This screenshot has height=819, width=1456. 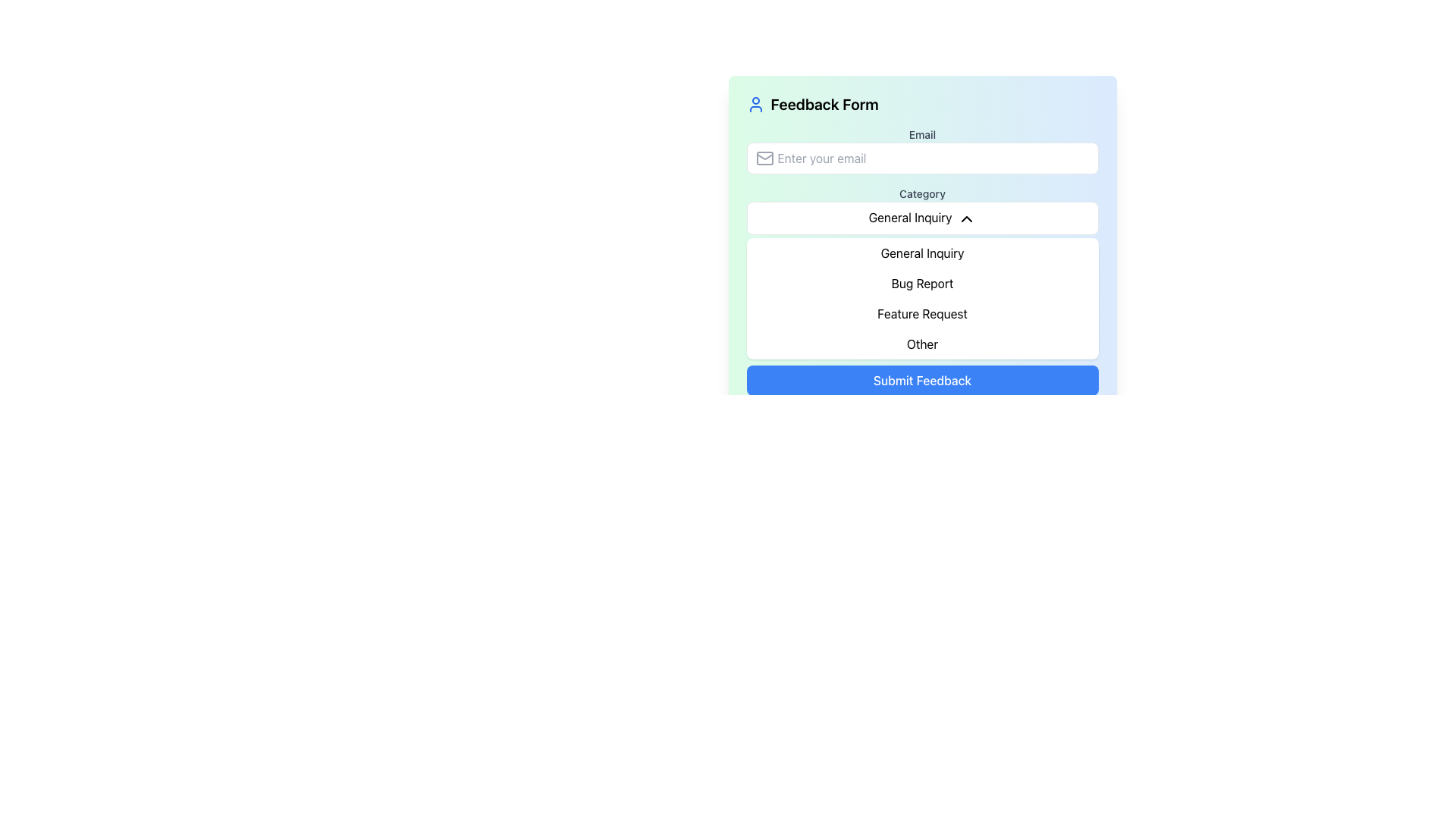 What do you see at coordinates (921, 312) in the screenshot?
I see `the 'Feature Request' option in the dropdown menu` at bounding box center [921, 312].